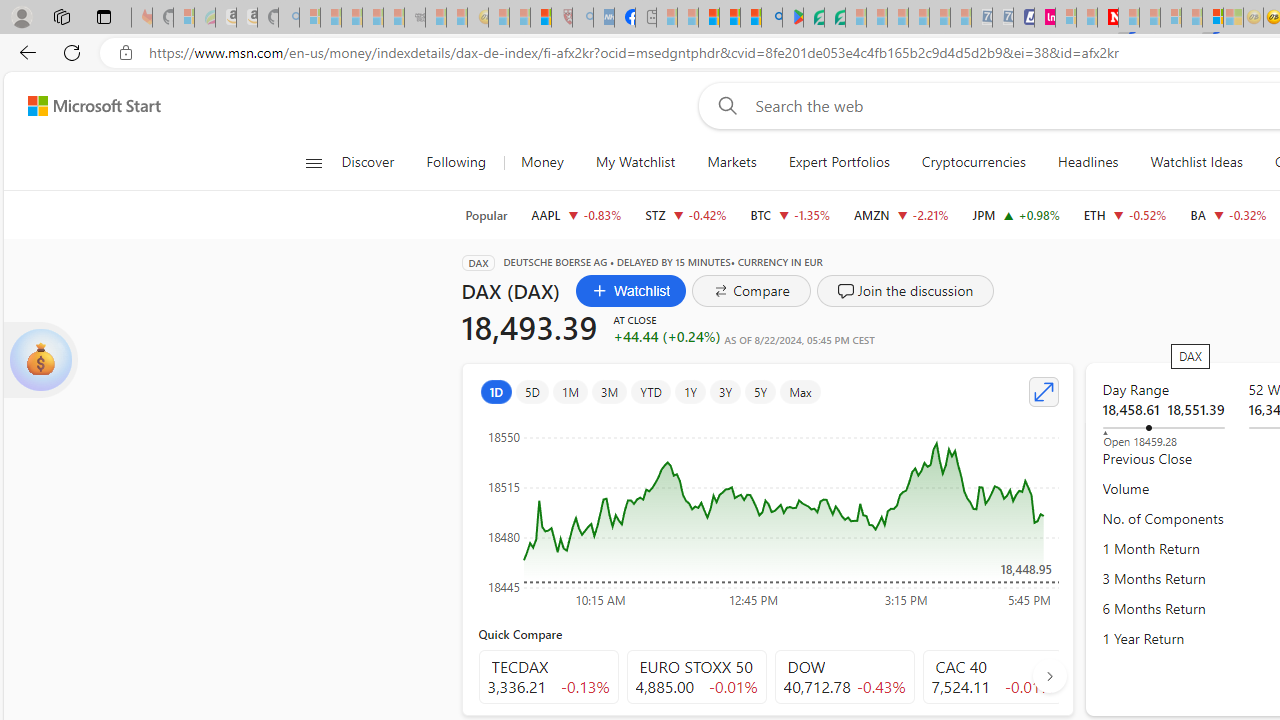  Describe the element at coordinates (634, 162) in the screenshot. I see `'My Watchlist'` at that location.